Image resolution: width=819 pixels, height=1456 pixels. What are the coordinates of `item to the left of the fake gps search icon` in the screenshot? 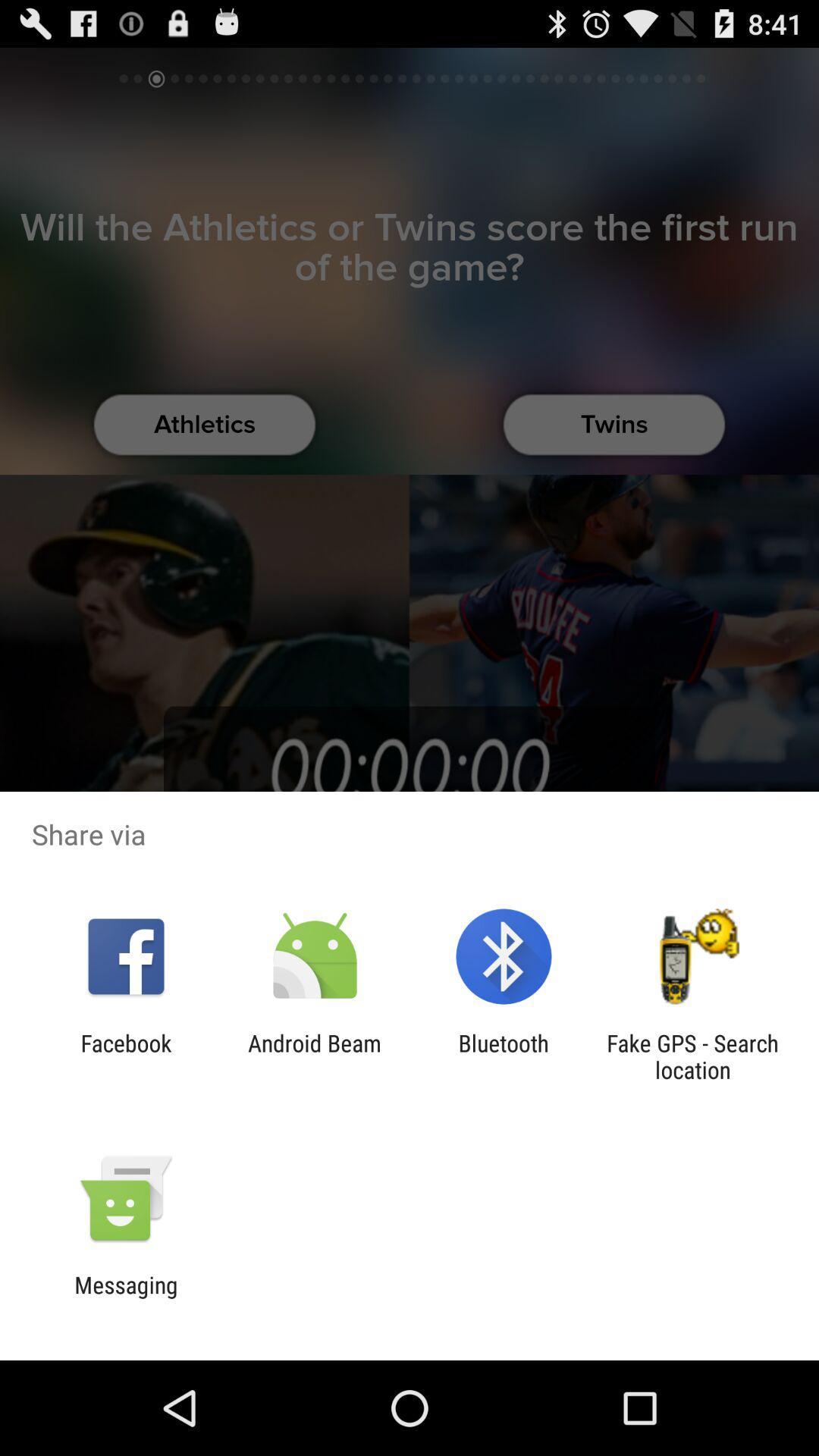 It's located at (504, 1056).